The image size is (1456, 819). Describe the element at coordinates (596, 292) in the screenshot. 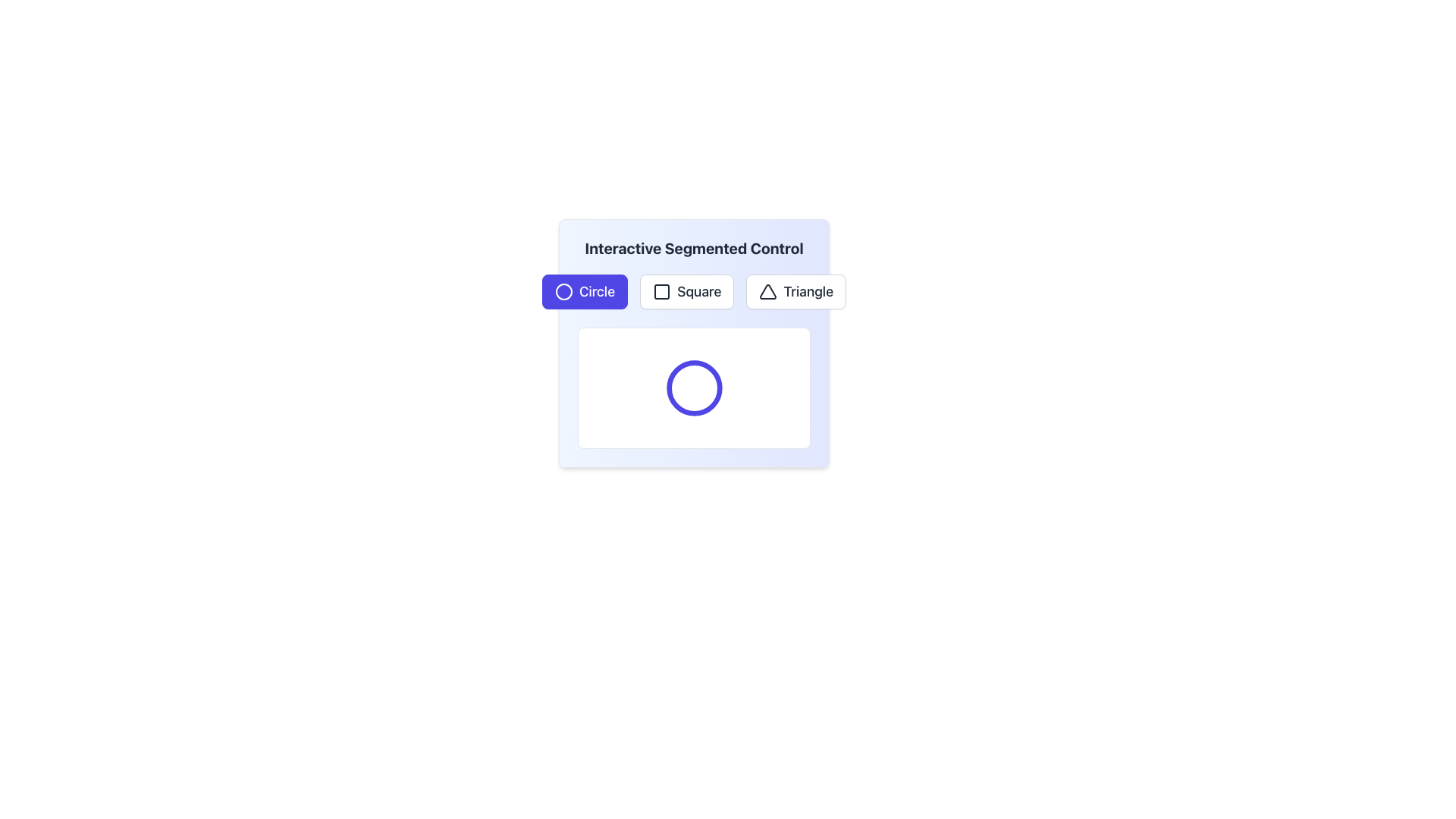

I see `the text label associated with the selected radio button, located within the blue interactive button to the right of the radio icon` at that location.